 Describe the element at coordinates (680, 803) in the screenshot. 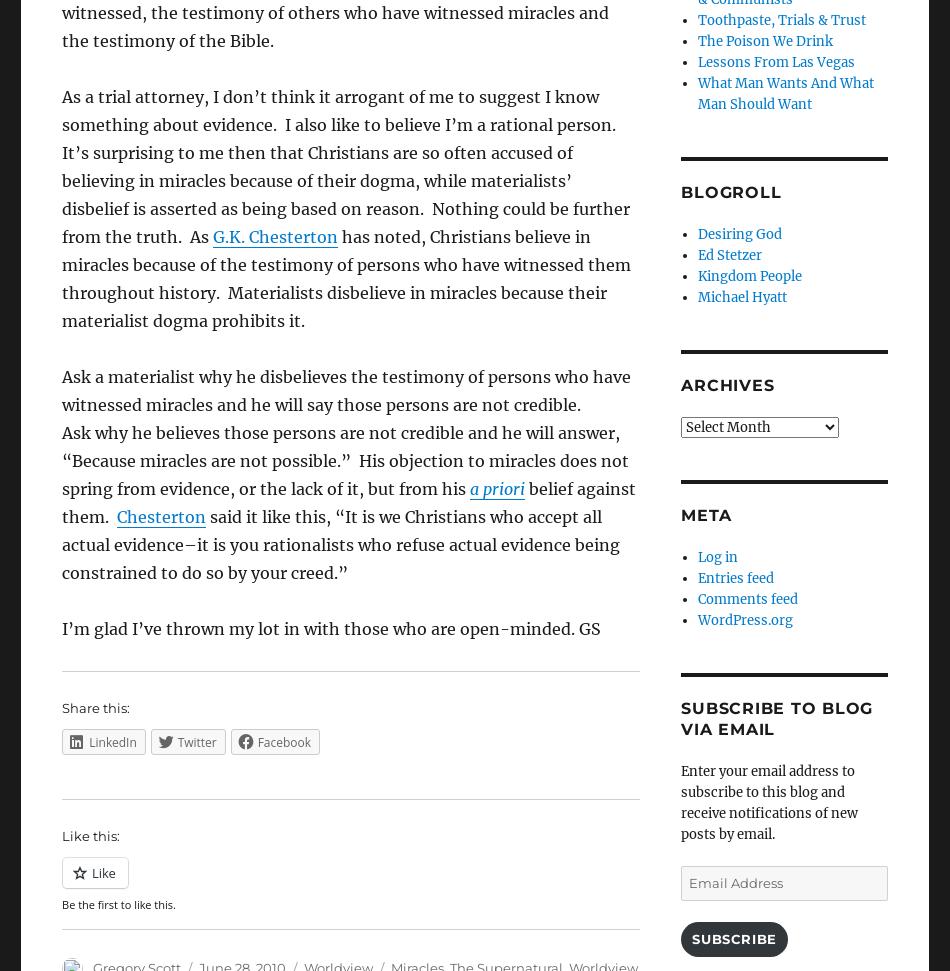

I see `'Enter your email address to subscribe to this blog and receive notifications of new posts by email.'` at that location.